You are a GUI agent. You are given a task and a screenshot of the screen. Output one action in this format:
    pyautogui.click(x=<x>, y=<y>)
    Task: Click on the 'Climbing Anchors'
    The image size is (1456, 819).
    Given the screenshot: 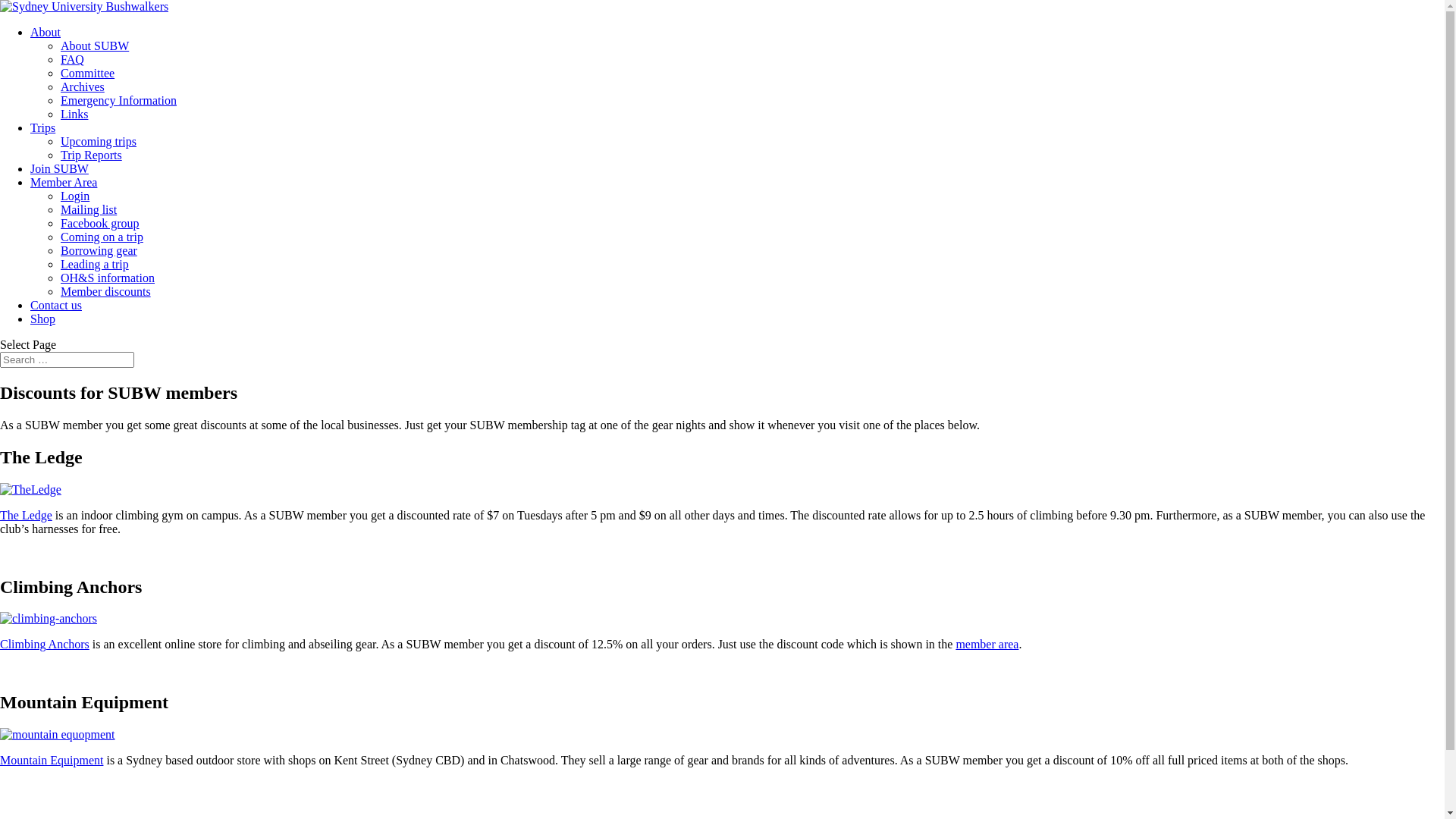 What is the action you would take?
    pyautogui.click(x=44, y=644)
    